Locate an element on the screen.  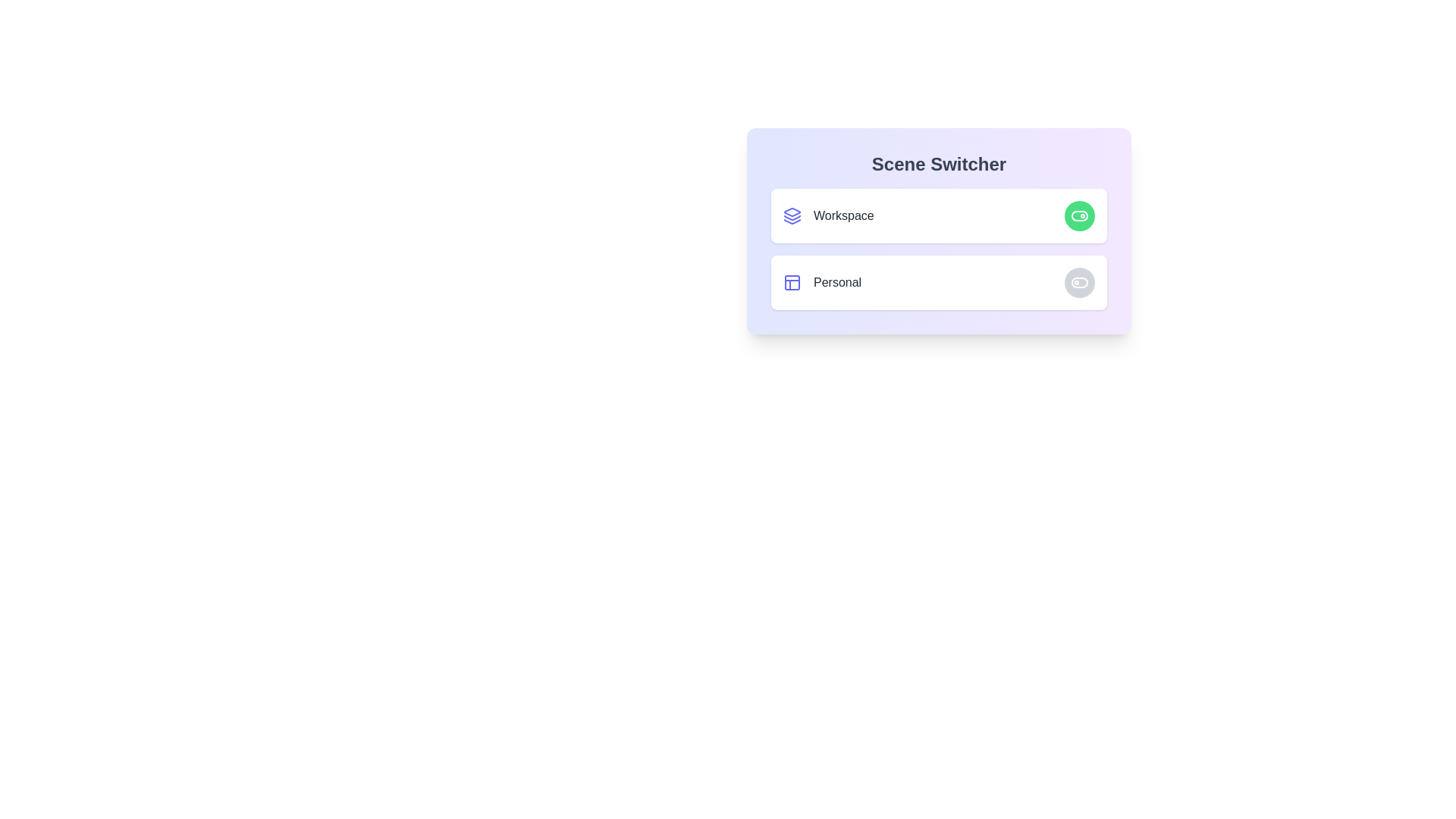
the Toggle background element of the toggle switch in the 'Personal' row of the 'Scene Switcher' interface is located at coordinates (1079, 283).